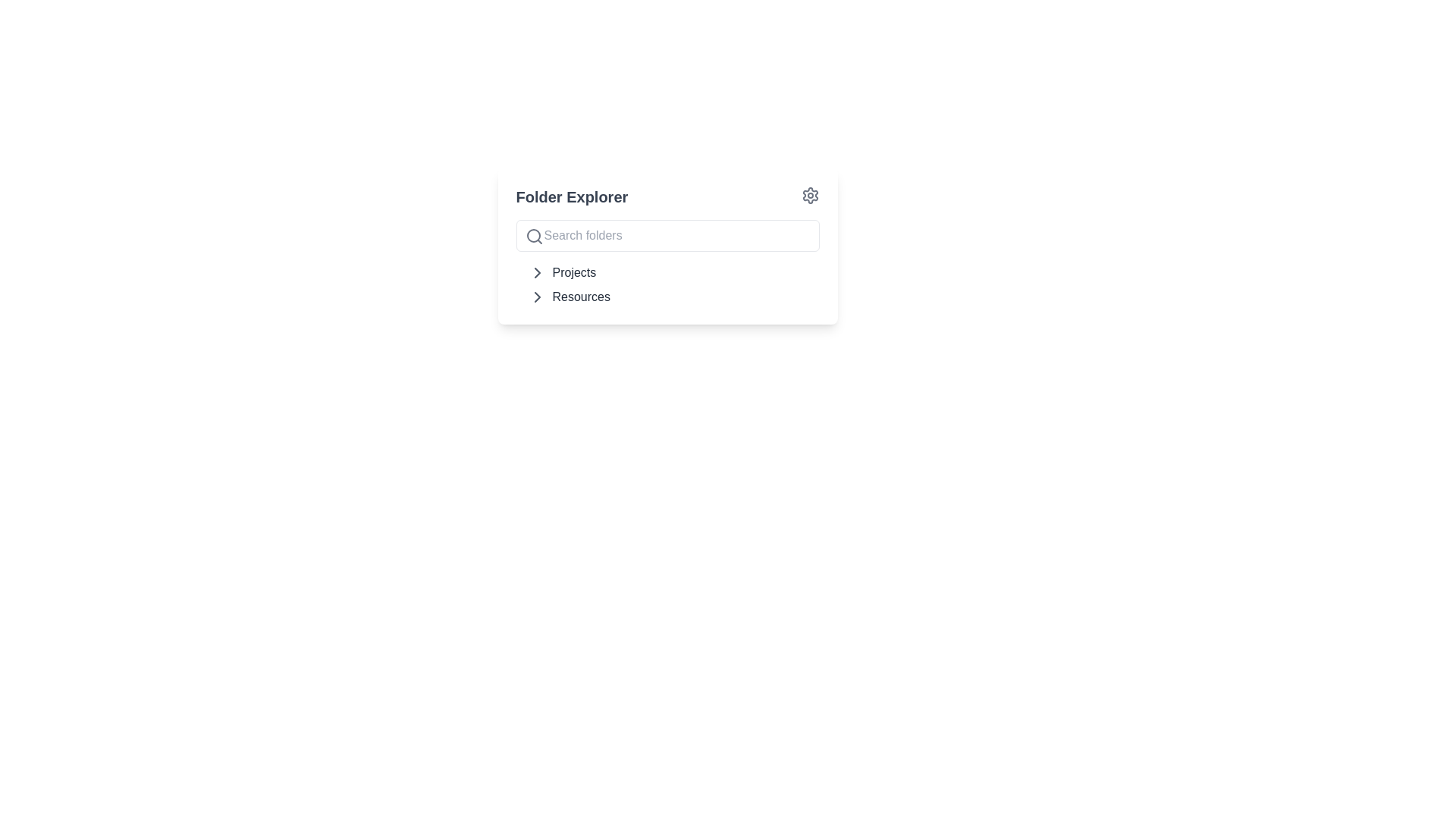 The width and height of the screenshot is (1456, 819). What do you see at coordinates (809, 195) in the screenshot?
I see `the gear-shaped settings icon located at the top-right corner of the 'Folder Explorer' card` at bounding box center [809, 195].